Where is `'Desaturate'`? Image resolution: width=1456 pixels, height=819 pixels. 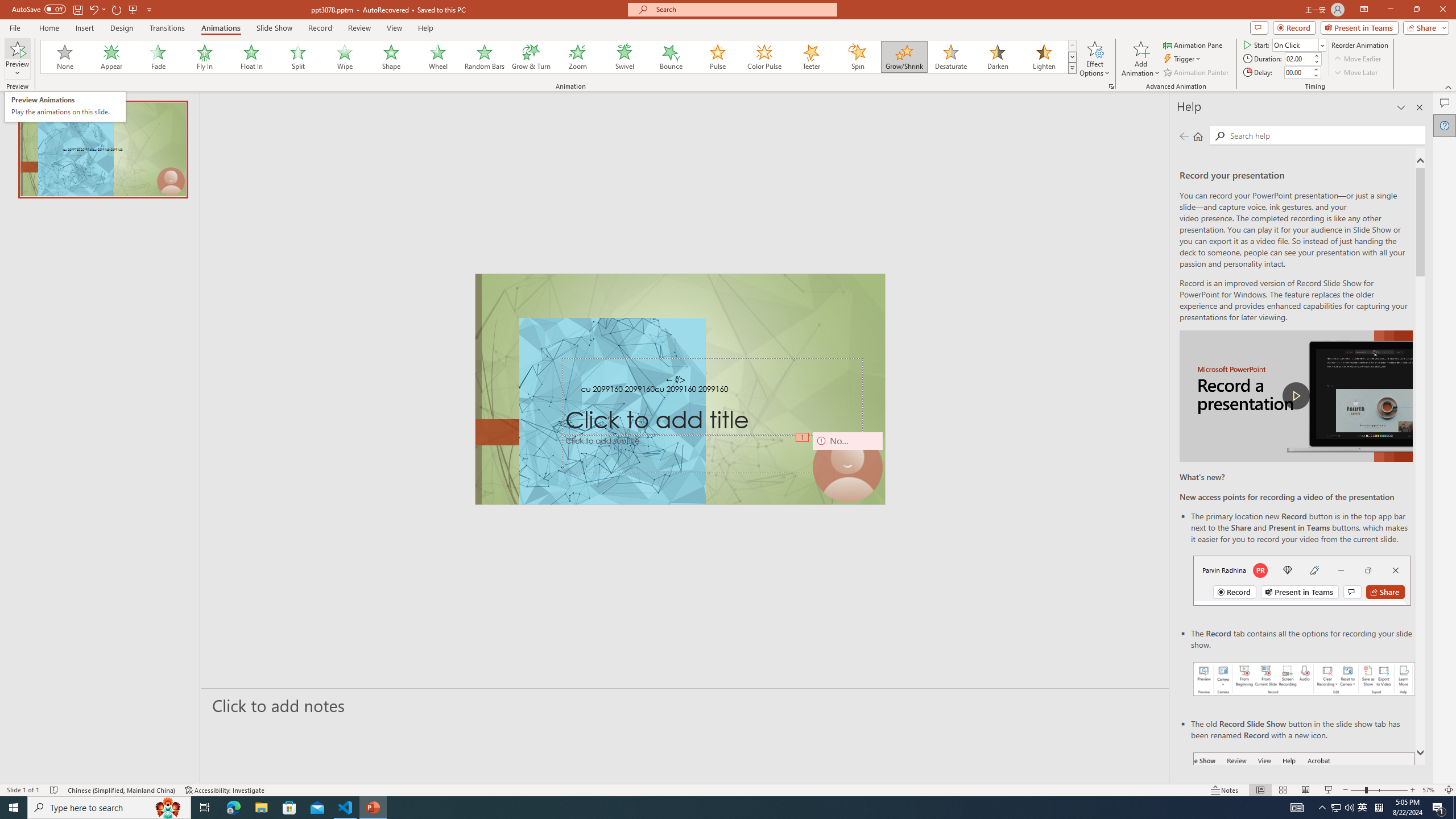
'Desaturate' is located at coordinates (950, 56).